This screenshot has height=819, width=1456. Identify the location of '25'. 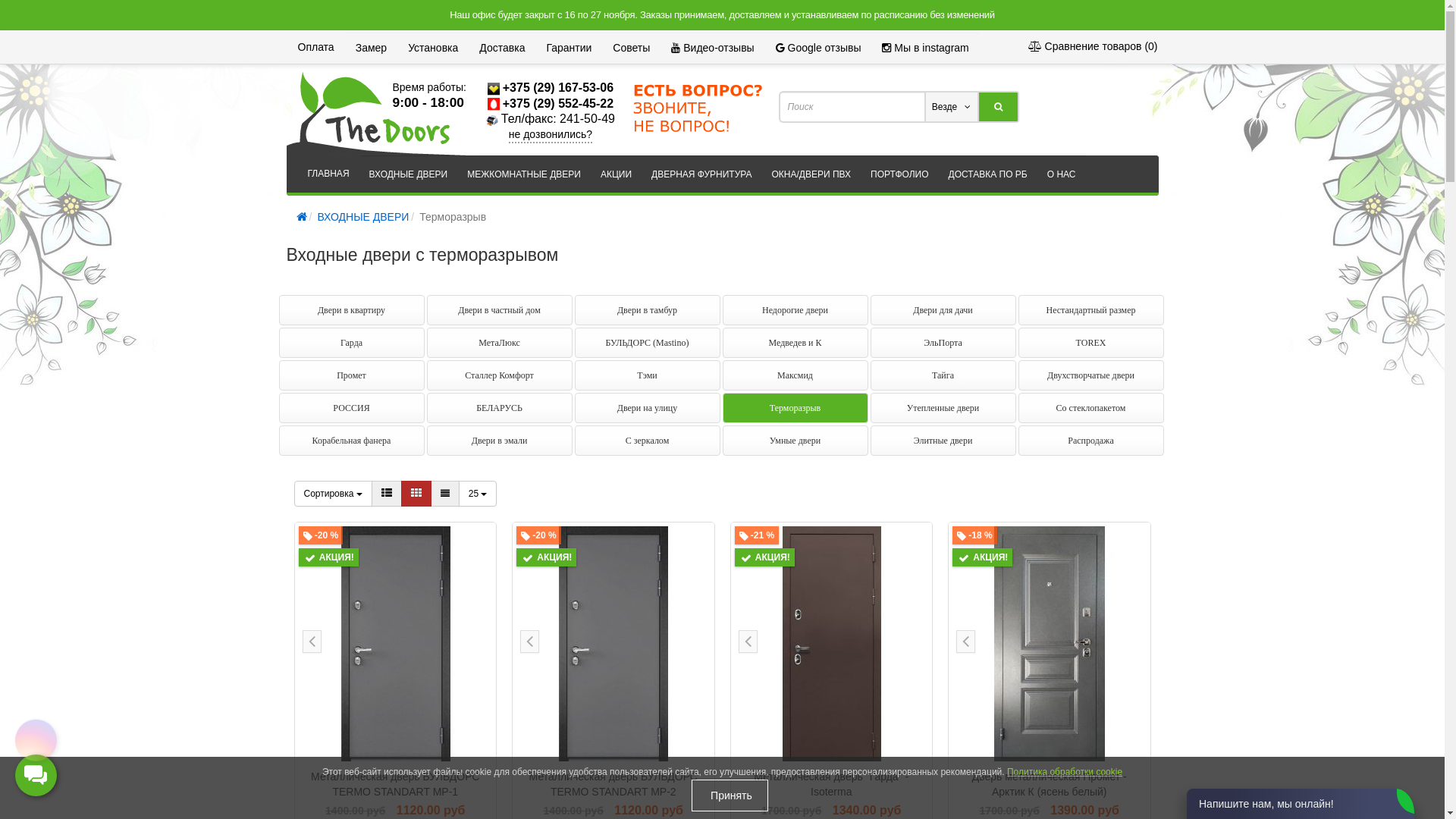
(477, 494).